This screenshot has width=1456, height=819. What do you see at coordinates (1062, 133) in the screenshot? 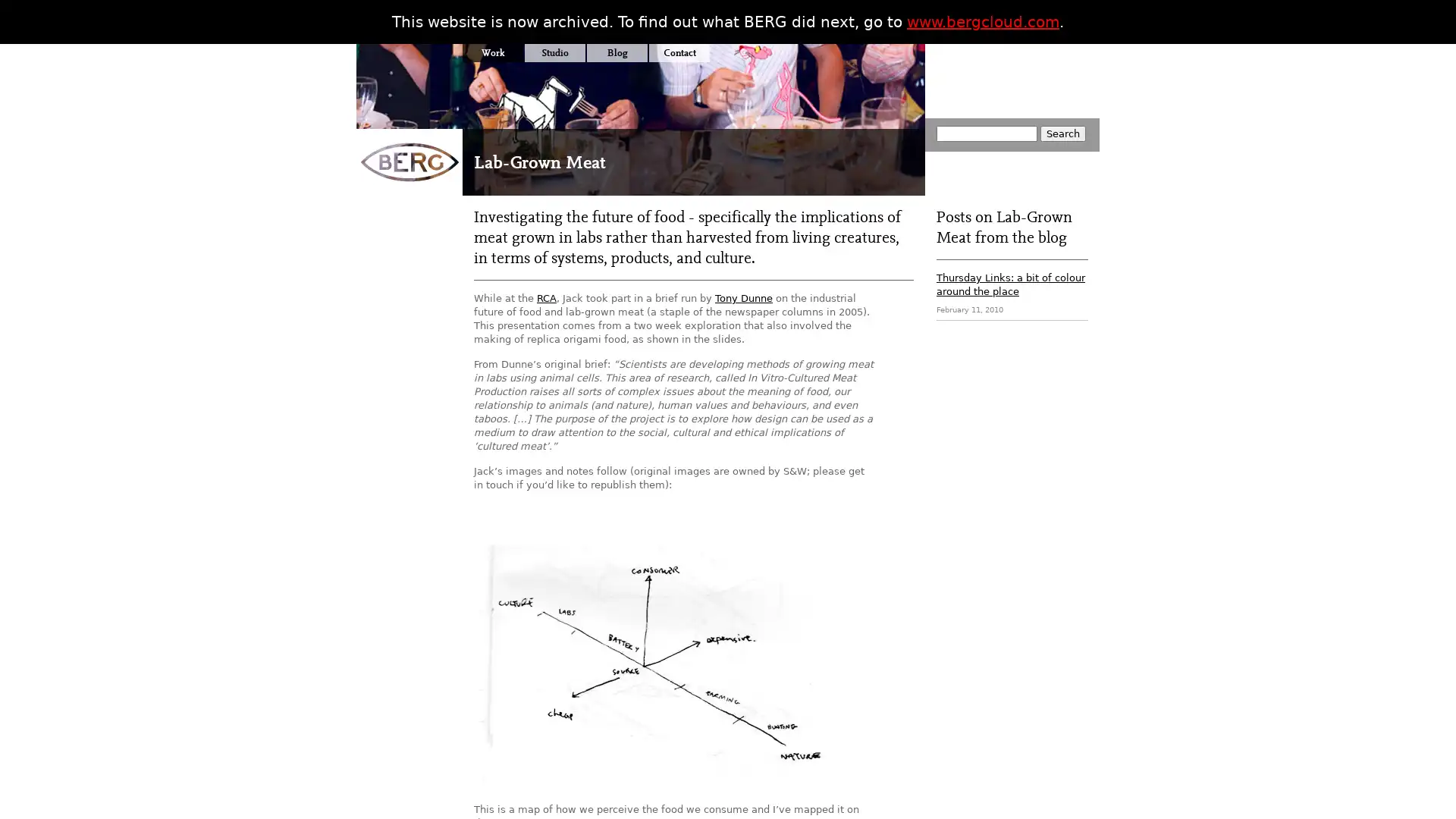
I see `Search` at bounding box center [1062, 133].